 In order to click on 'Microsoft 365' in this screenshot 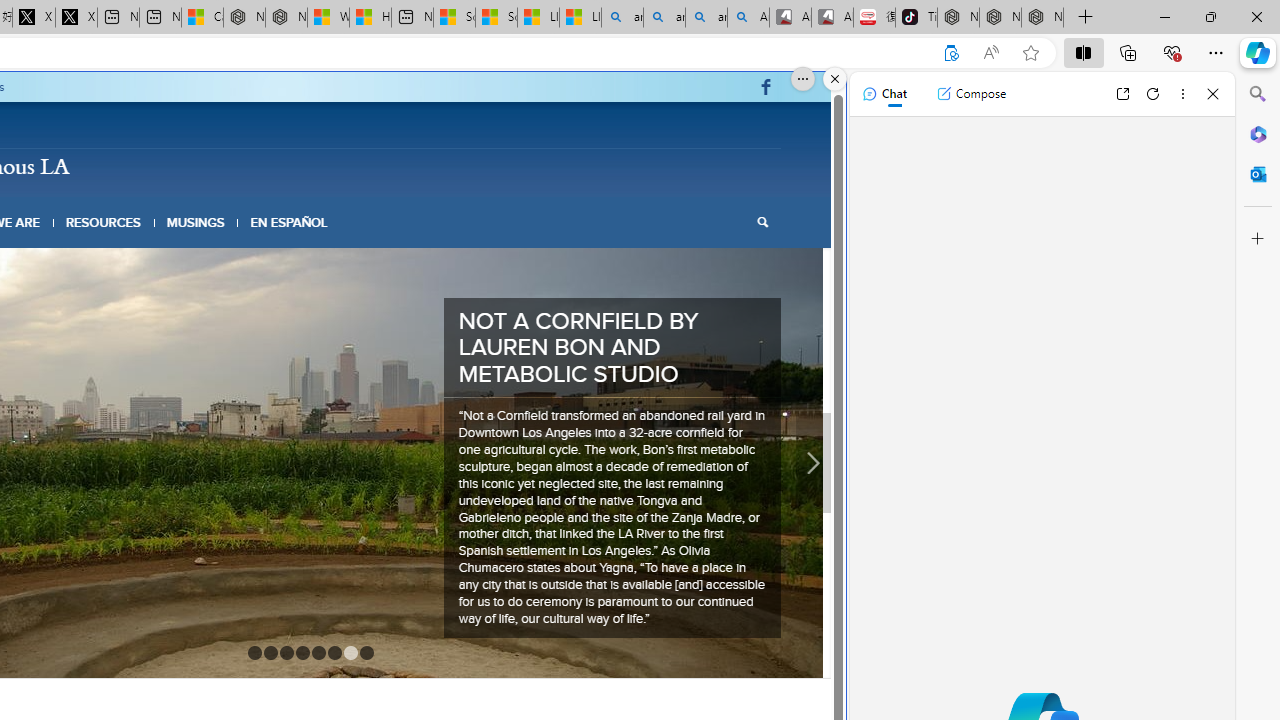, I will do `click(1257, 133)`.